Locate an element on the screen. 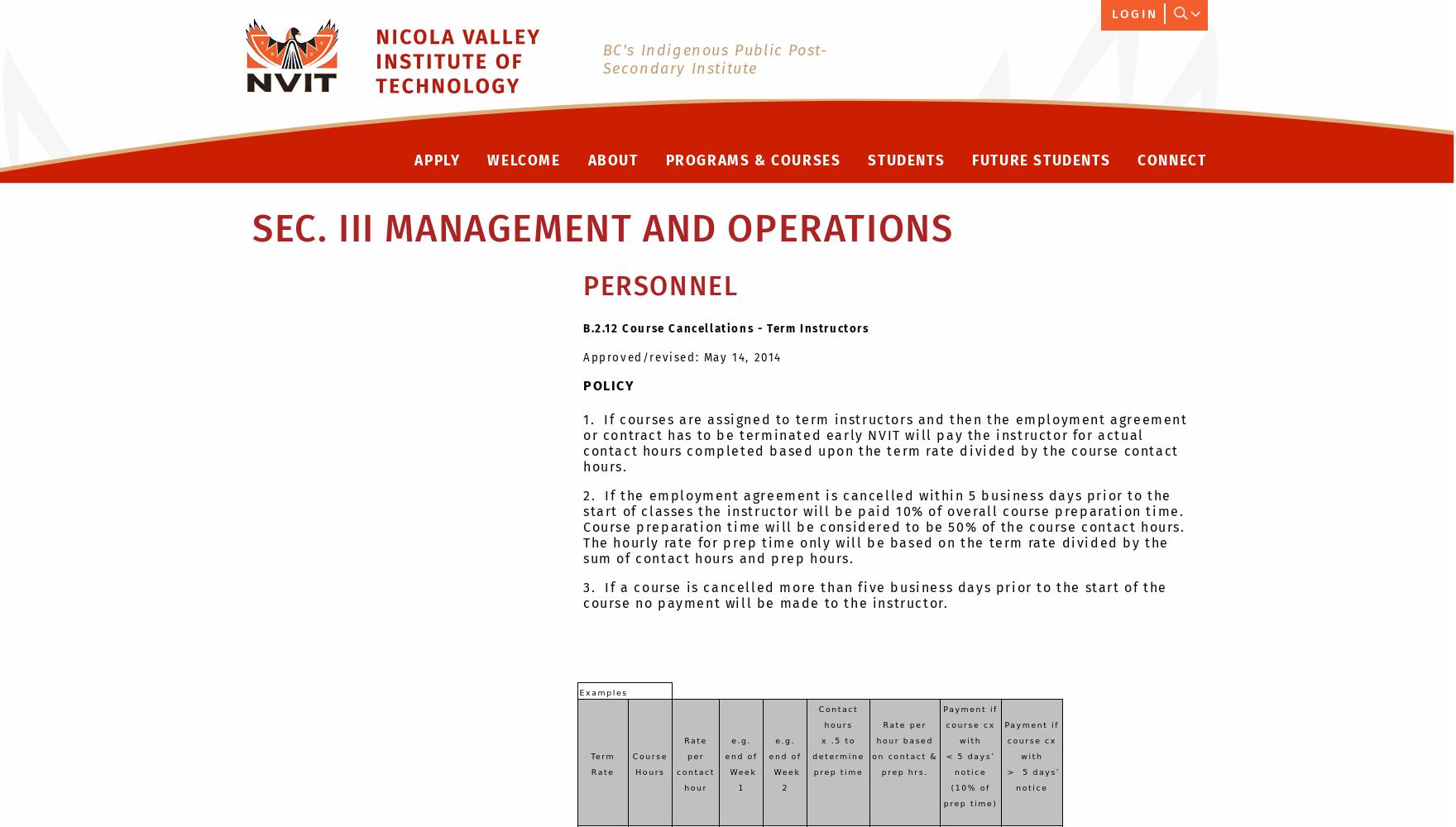 Image resolution: width=1456 pixels, height=827 pixels. '>  5 days’ notice' is located at coordinates (1030, 778).